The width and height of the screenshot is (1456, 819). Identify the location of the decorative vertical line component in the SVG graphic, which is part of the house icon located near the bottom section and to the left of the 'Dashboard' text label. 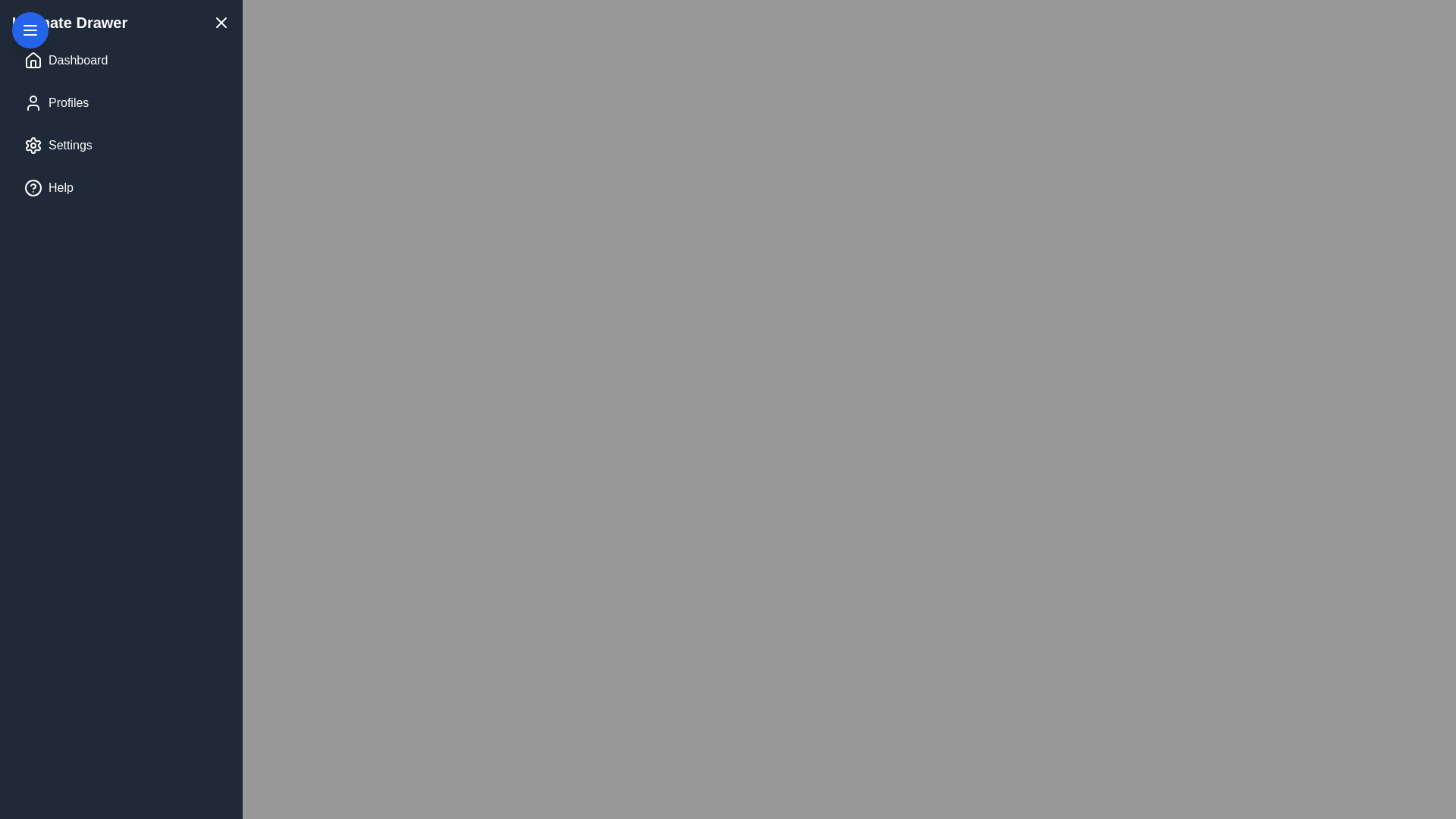
(33, 63).